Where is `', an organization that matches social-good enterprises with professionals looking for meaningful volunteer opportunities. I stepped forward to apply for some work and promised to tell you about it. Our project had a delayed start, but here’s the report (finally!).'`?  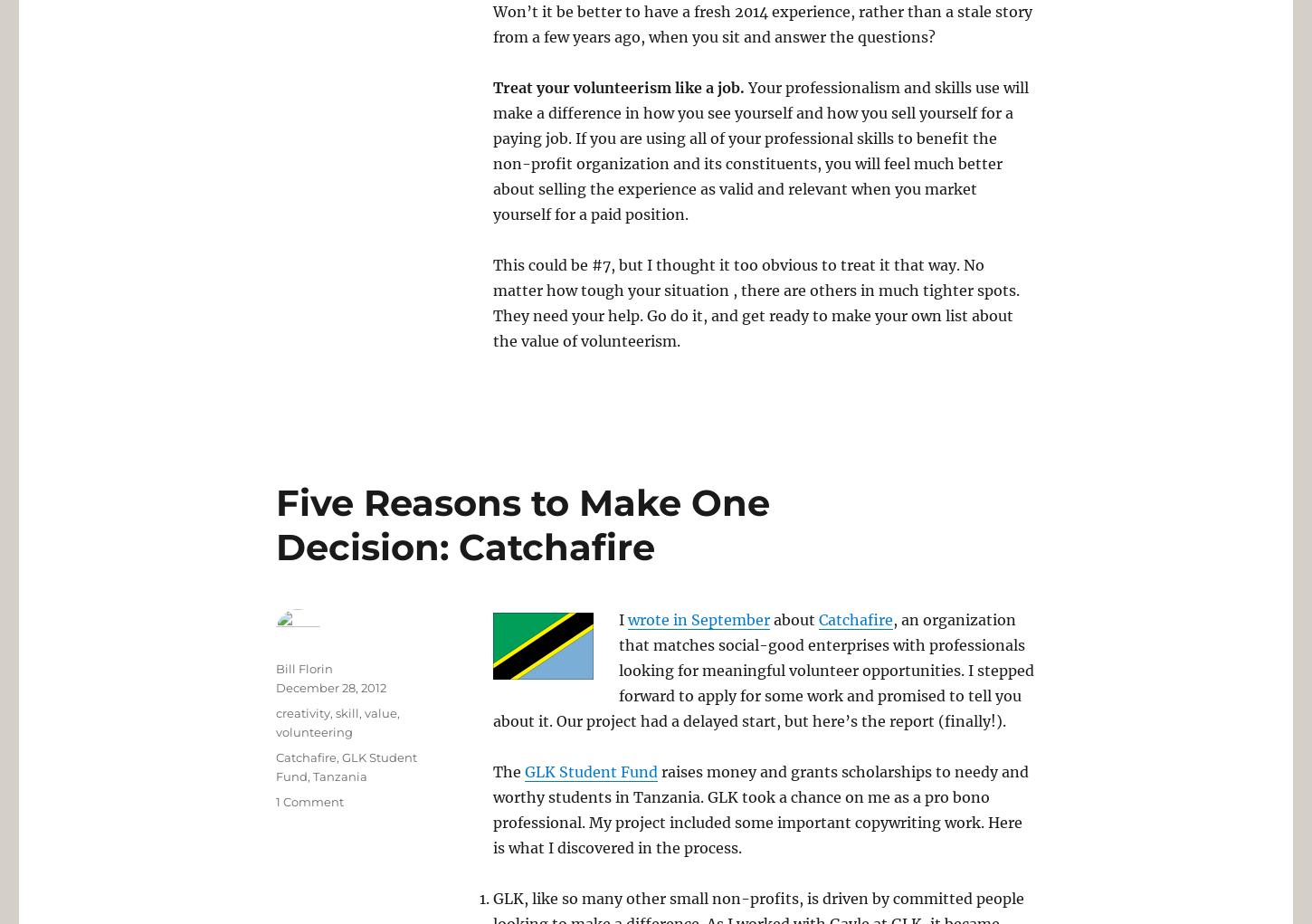
', an organization that matches social-good enterprises with professionals looking for meaningful volunteer opportunities. I stepped forward to apply for some work and promised to tell you about it. Our project had a delayed start, but here’s the report (finally!).' is located at coordinates (764, 670).